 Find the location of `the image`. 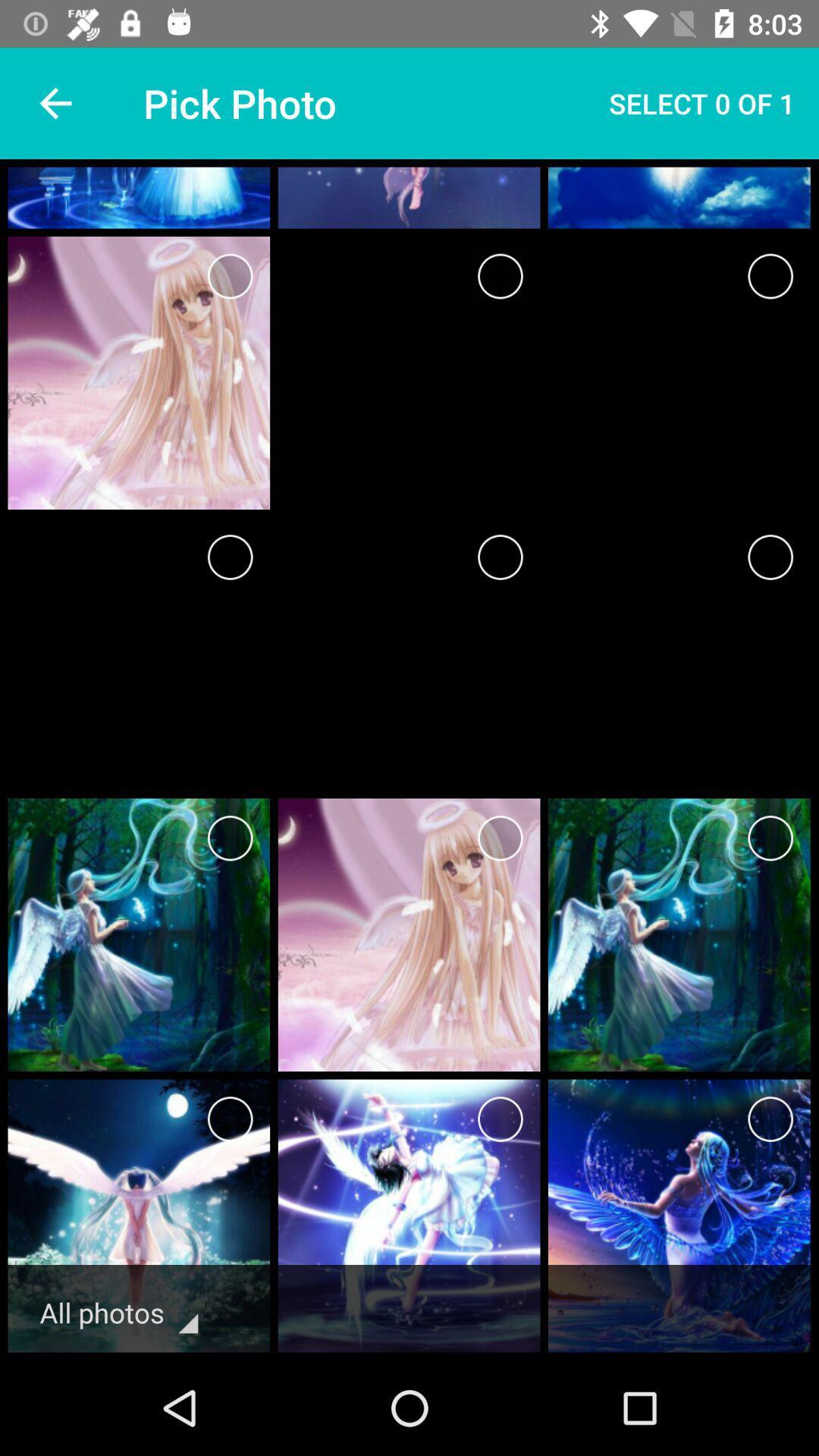

the image is located at coordinates (230, 1119).